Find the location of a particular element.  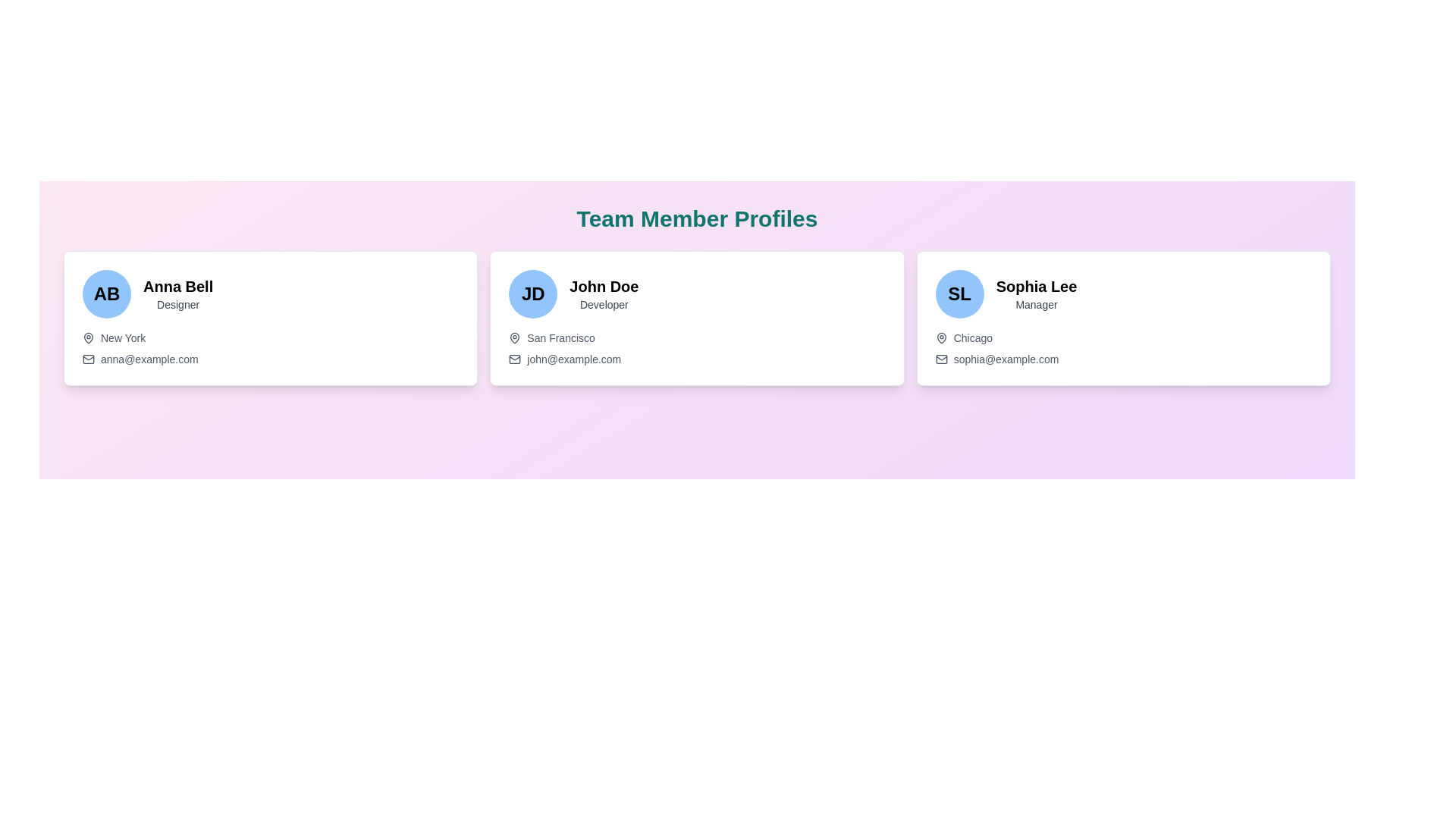

location marker icon within Anna Bell's profile card in the New York section, located to the left of the location text is located at coordinates (87, 336).